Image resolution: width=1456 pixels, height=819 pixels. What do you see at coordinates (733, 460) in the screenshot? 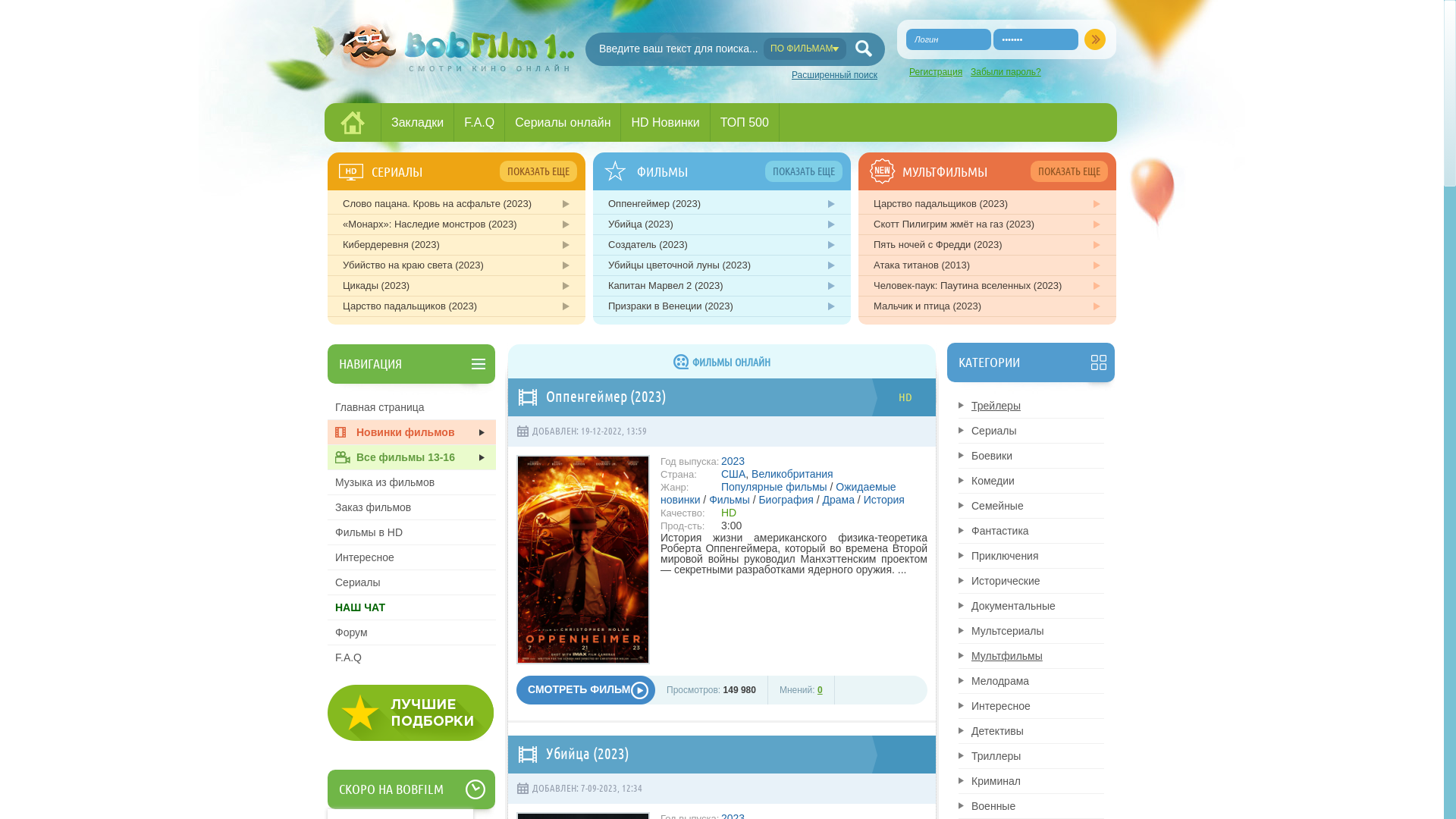
I see `'2023'` at bounding box center [733, 460].